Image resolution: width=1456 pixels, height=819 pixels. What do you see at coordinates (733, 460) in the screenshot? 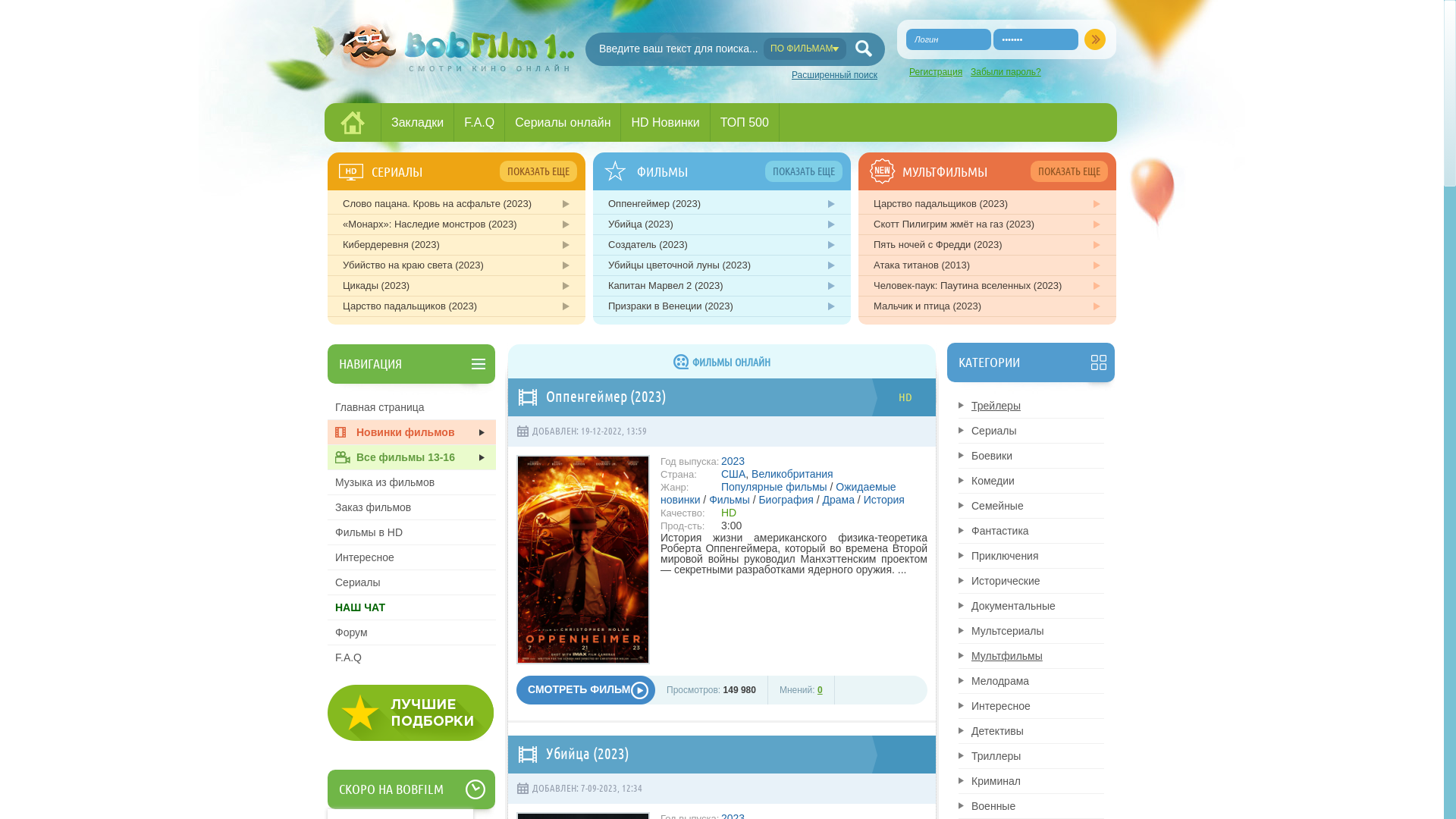
I see `'2023'` at bounding box center [733, 460].